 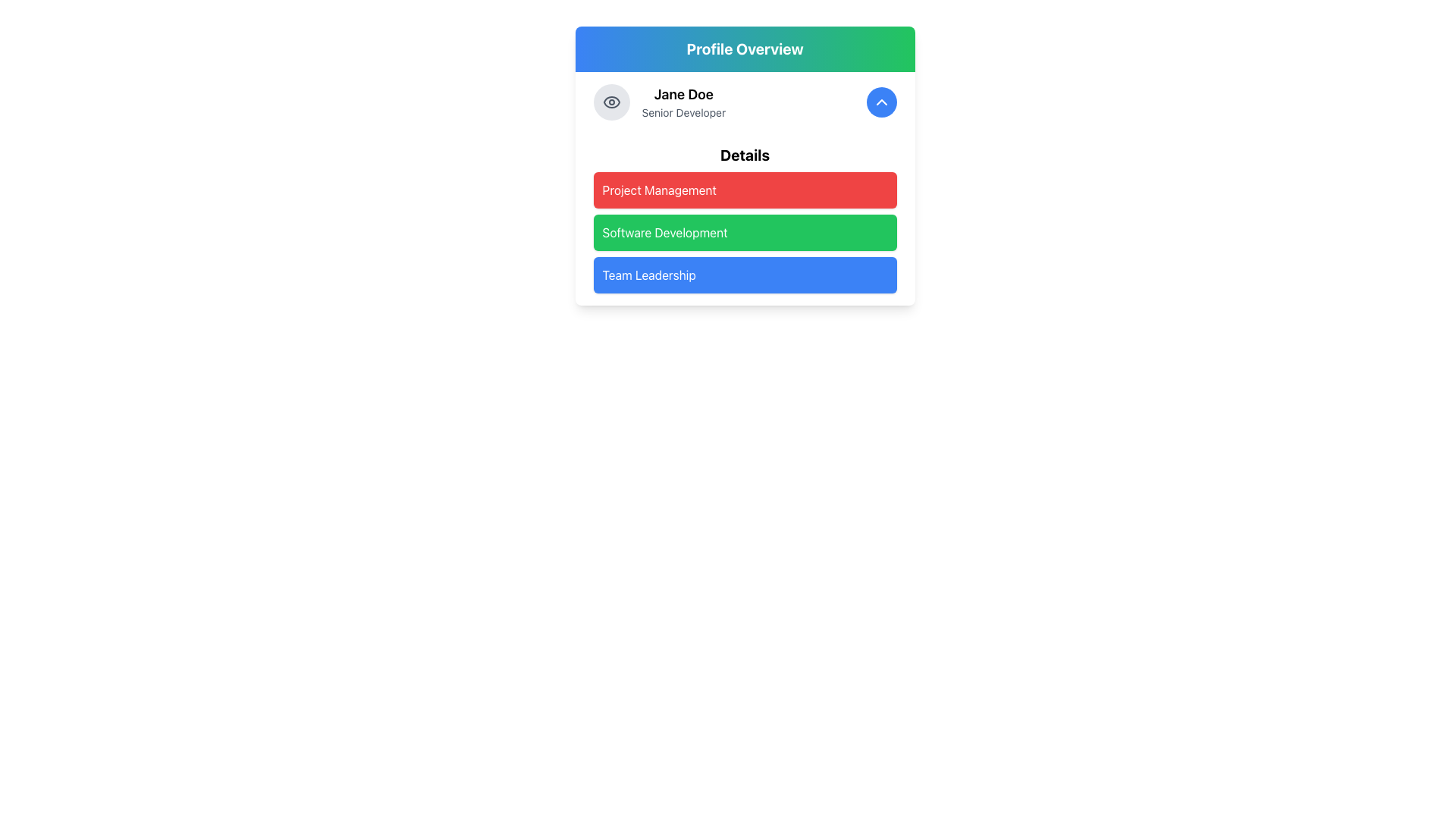 I want to click on the eye-shaped visibility indicator icon for keyboard interaction, located towards the left section of the profile header, so click(x=611, y=102).